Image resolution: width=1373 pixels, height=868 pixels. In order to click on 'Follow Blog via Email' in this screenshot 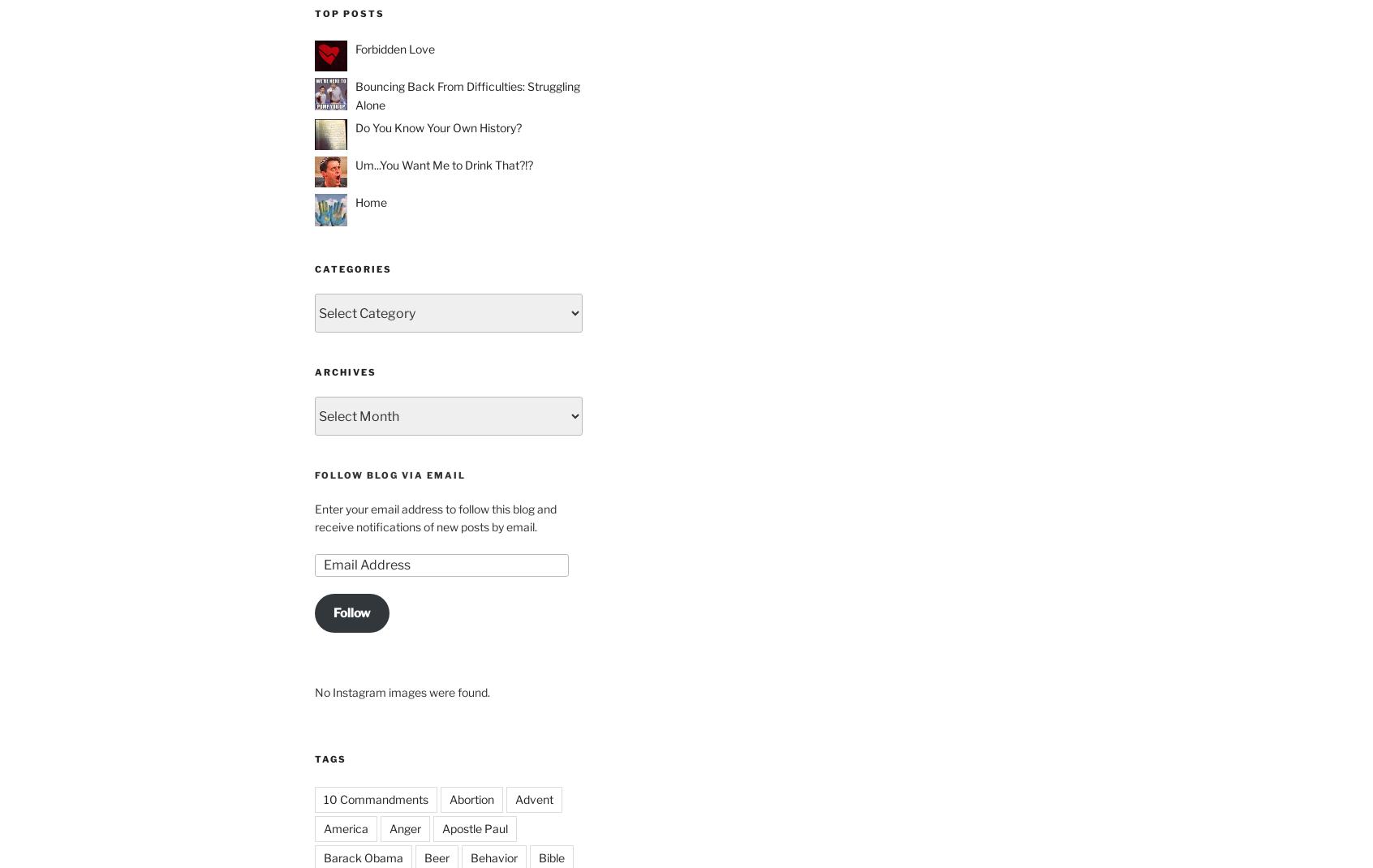, I will do `click(390, 475)`.